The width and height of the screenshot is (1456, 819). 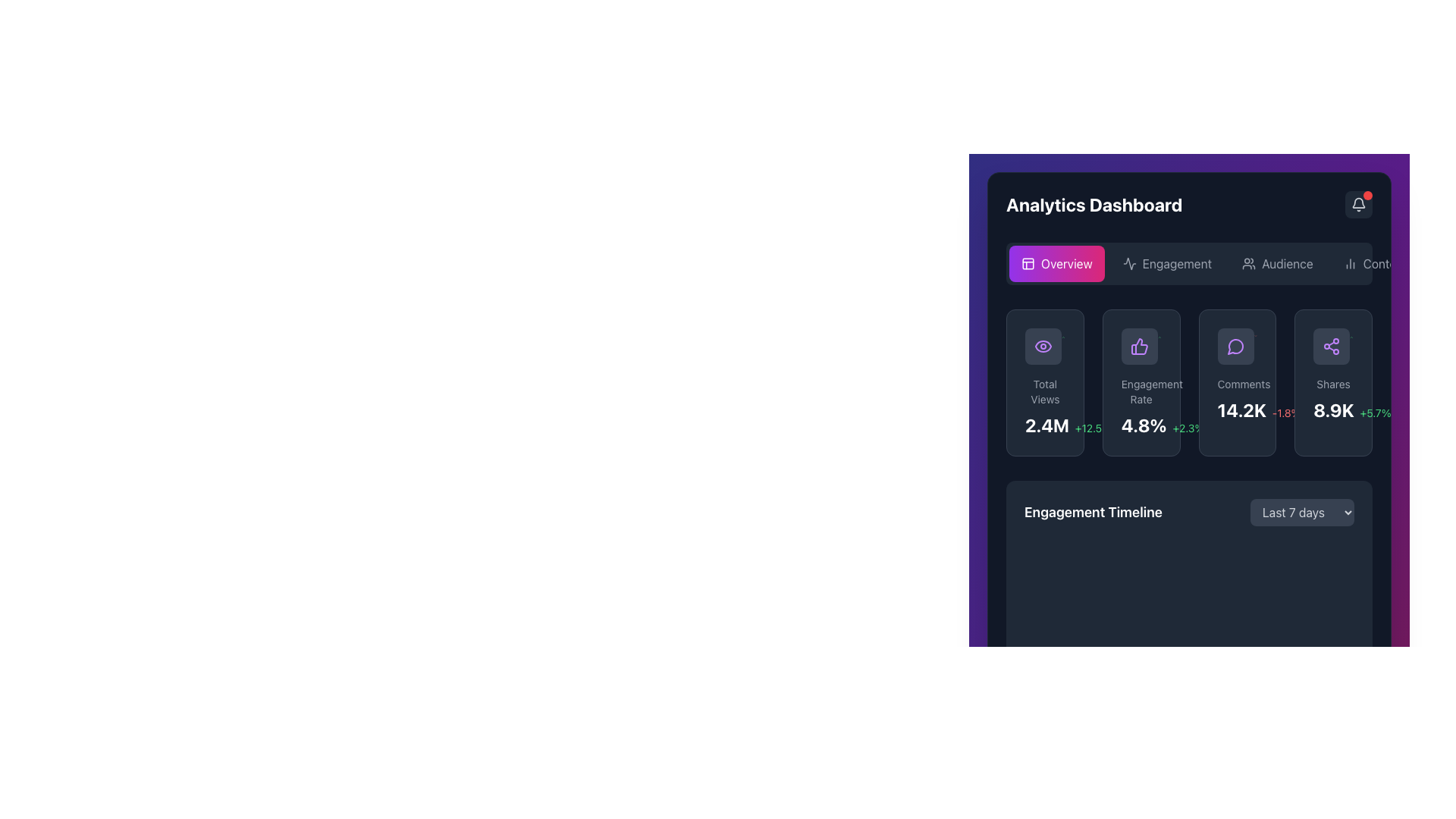 What do you see at coordinates (1141, 425) in the screenshot?
I see `the engagement percentage text located at the bottom of the 'Engagement Rate' card component` at bounding box center [1141, 425].